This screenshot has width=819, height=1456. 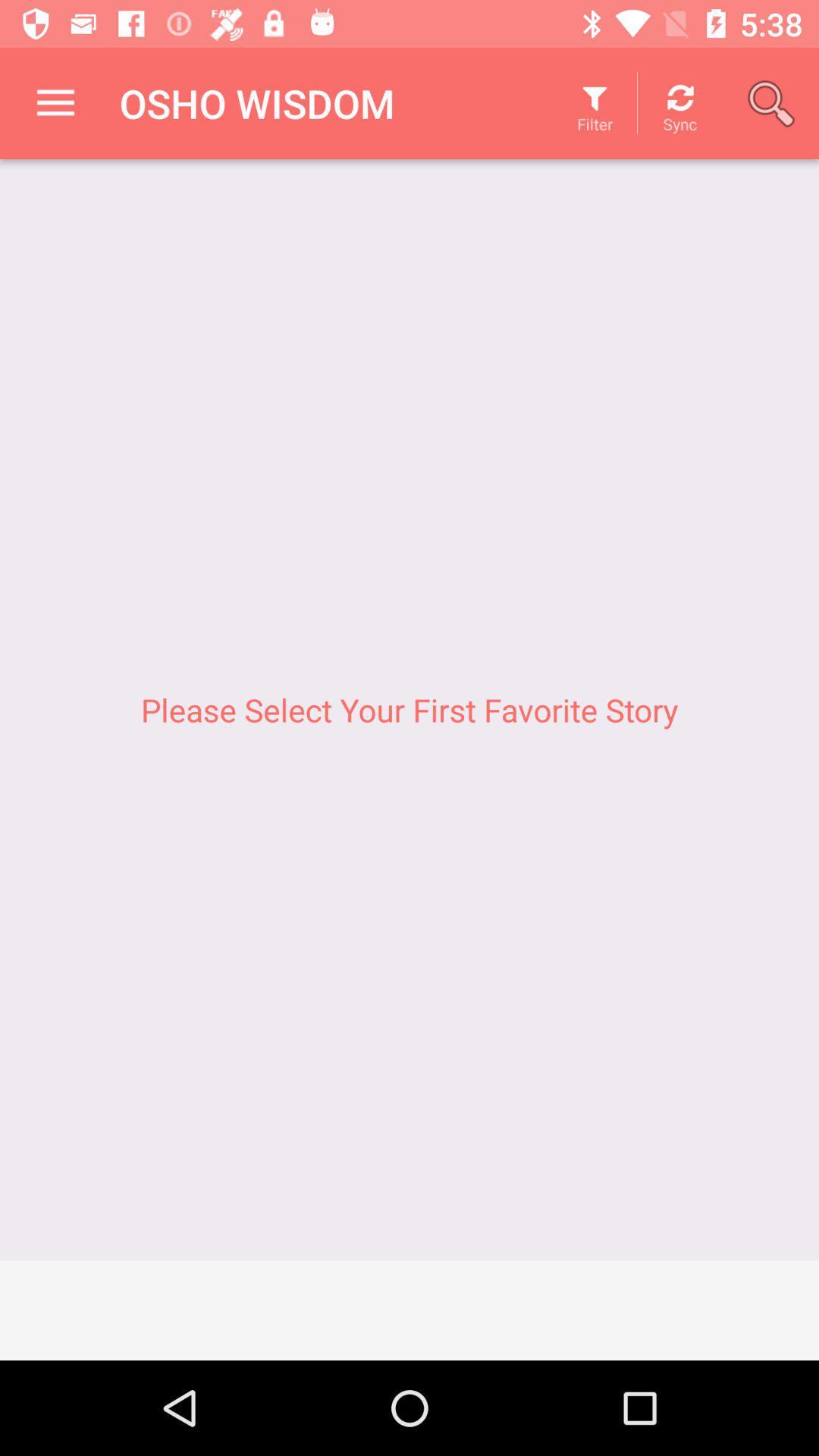 What do you see at coordinates (771, 102) in the screenshot?
I see `icon above the please select your` at bounding box center [771, 102].